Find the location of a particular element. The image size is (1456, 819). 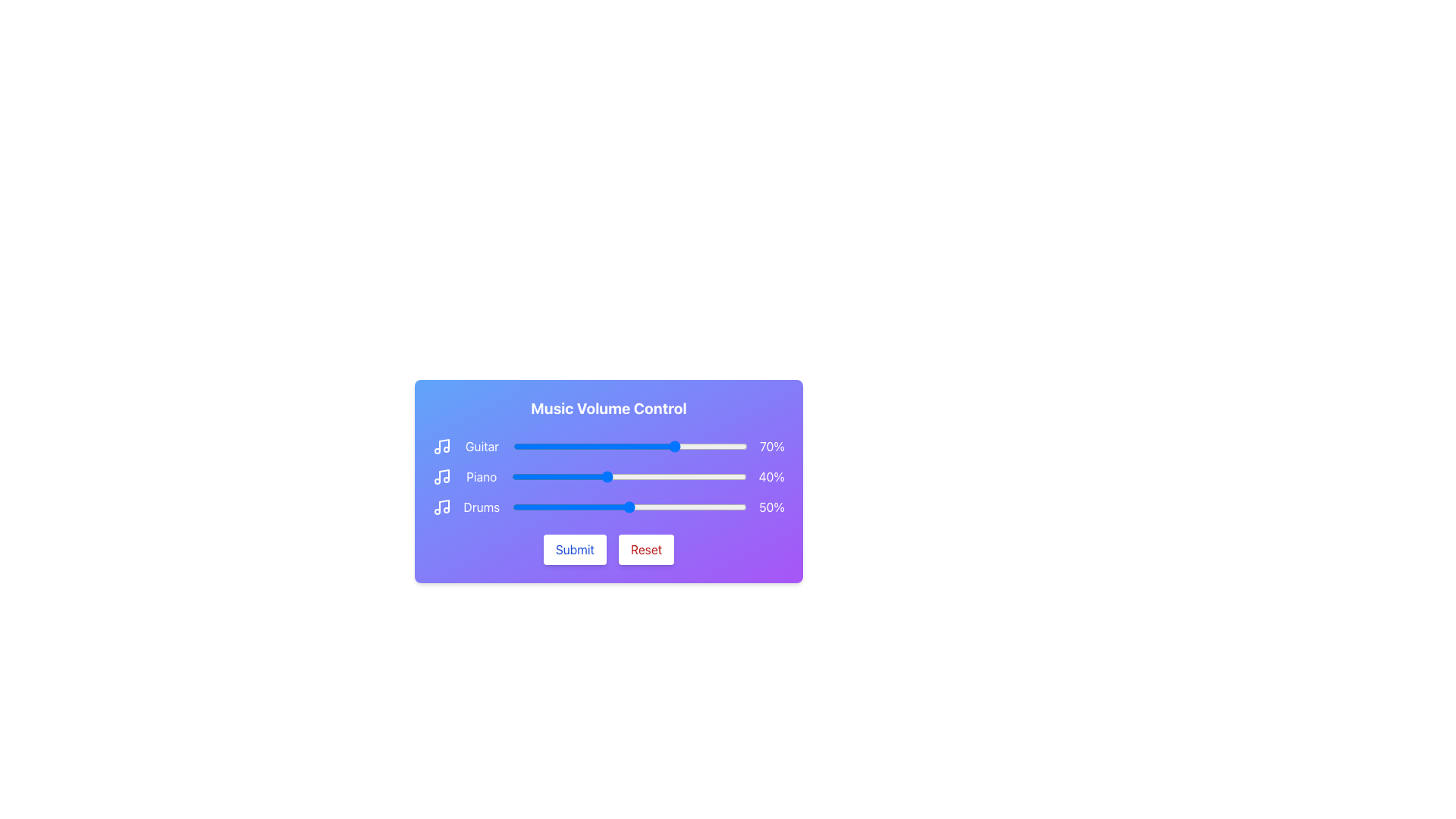

guitar volume is located at coordinates (654, 446).